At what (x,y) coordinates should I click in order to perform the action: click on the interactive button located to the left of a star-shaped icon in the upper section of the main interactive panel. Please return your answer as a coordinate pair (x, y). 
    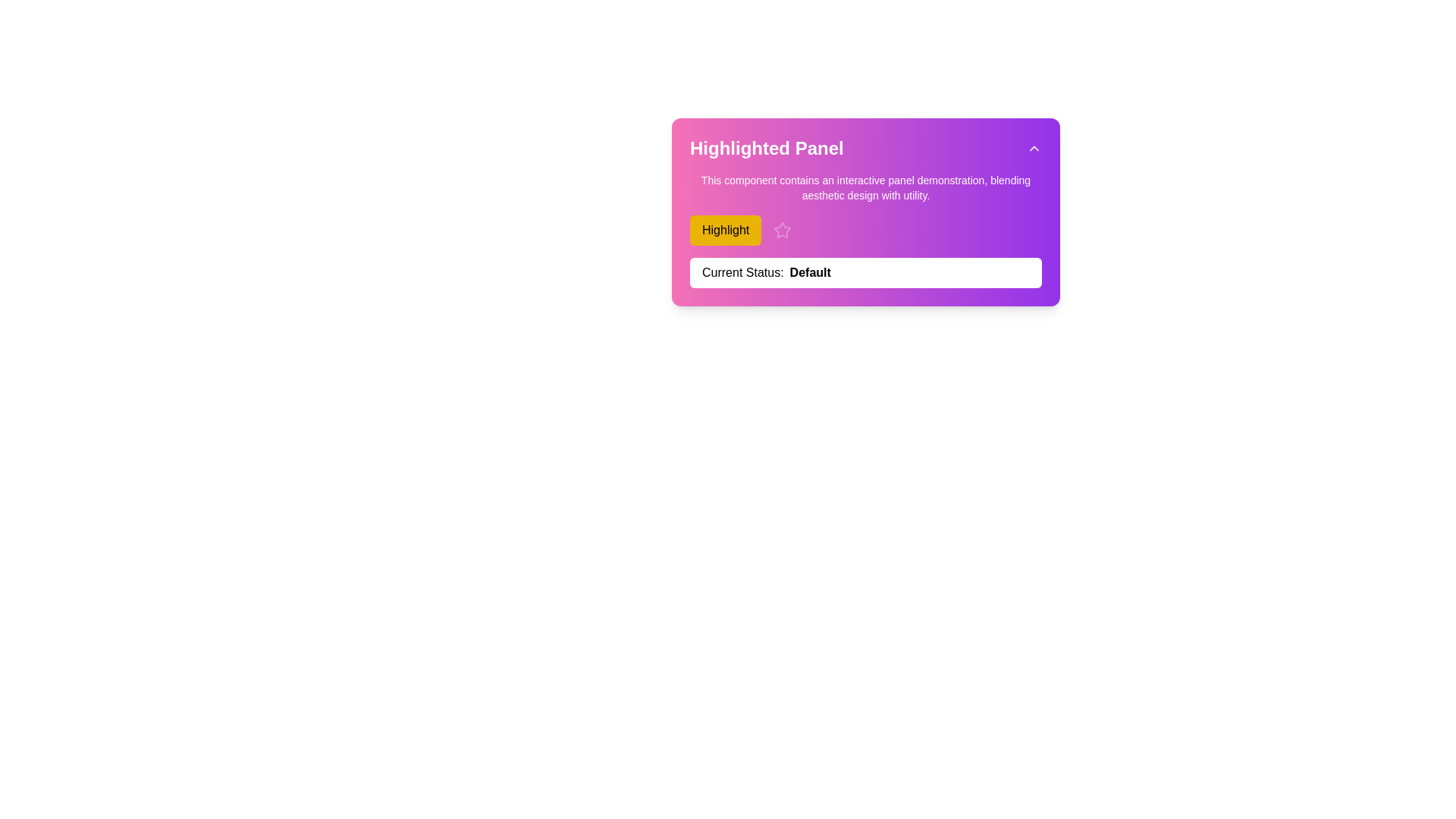
    Looking at the image, I should click on (724, 231).